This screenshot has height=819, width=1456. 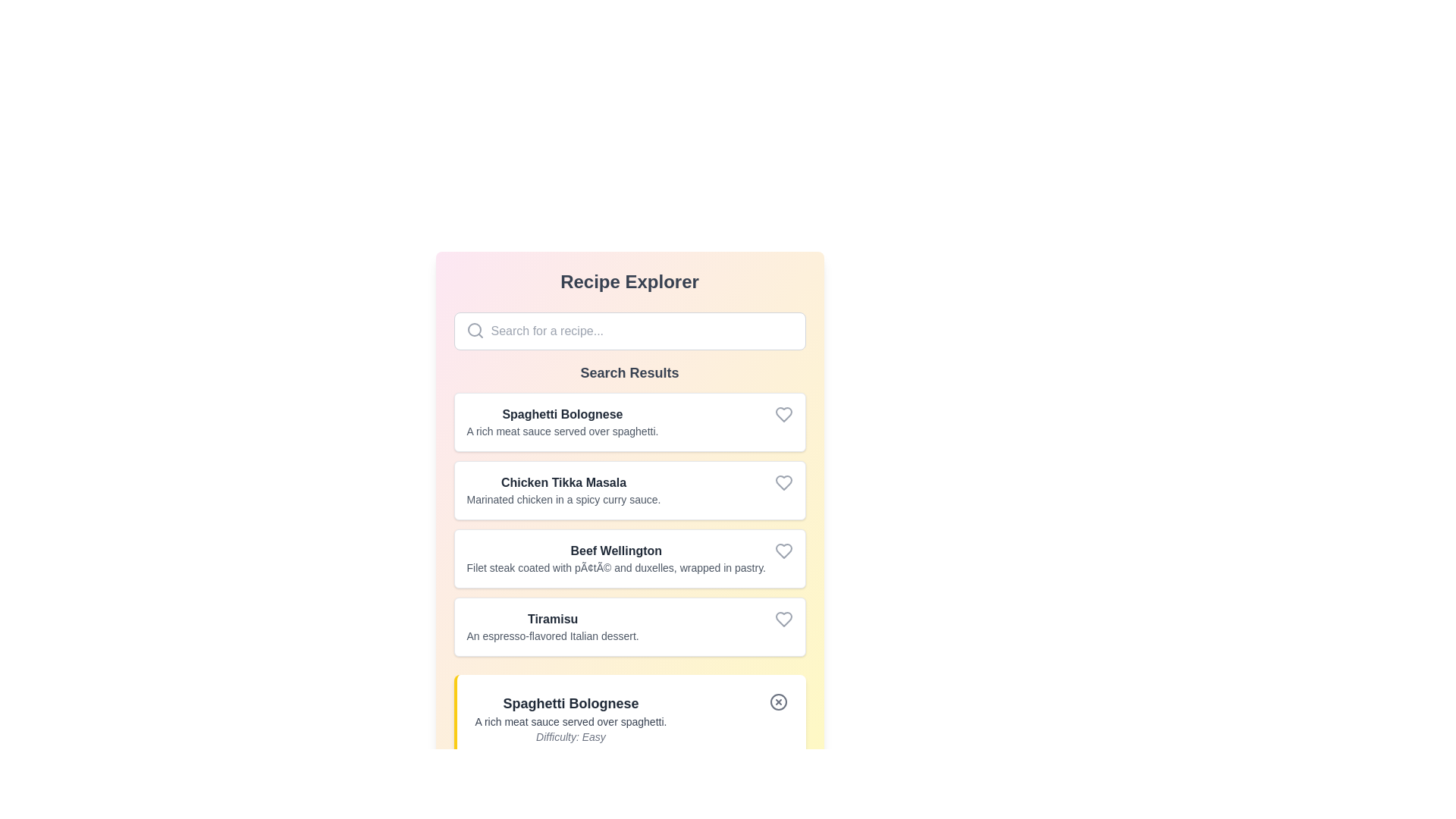 What do you see at coordinates (783, 415) in the screenshot?
I see `the icon located to the right of the 'Spaghetti Bolognese' text` at bounding box center [783, 415].